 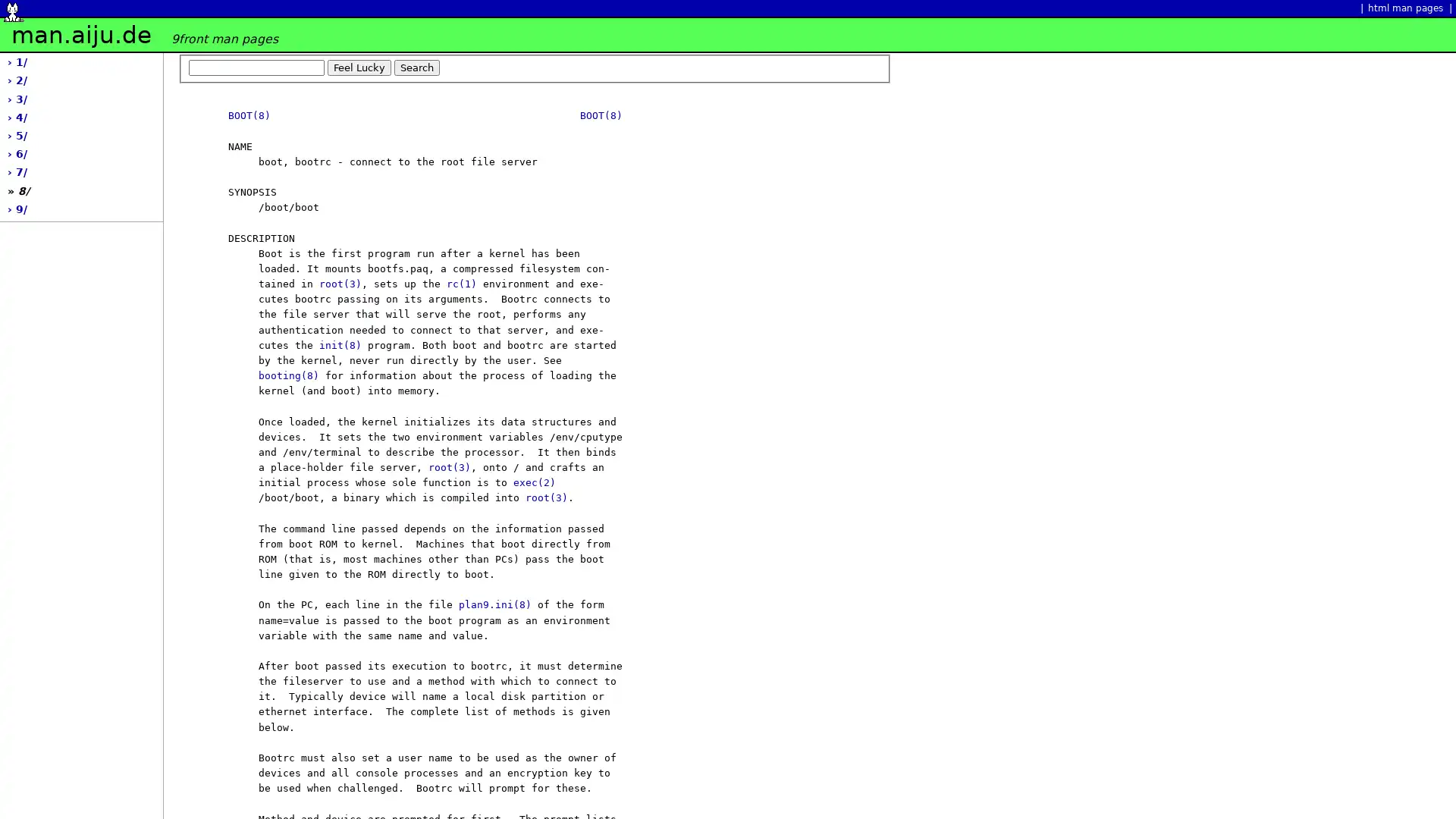 I want to click on Search, so click(x=417, y=66).